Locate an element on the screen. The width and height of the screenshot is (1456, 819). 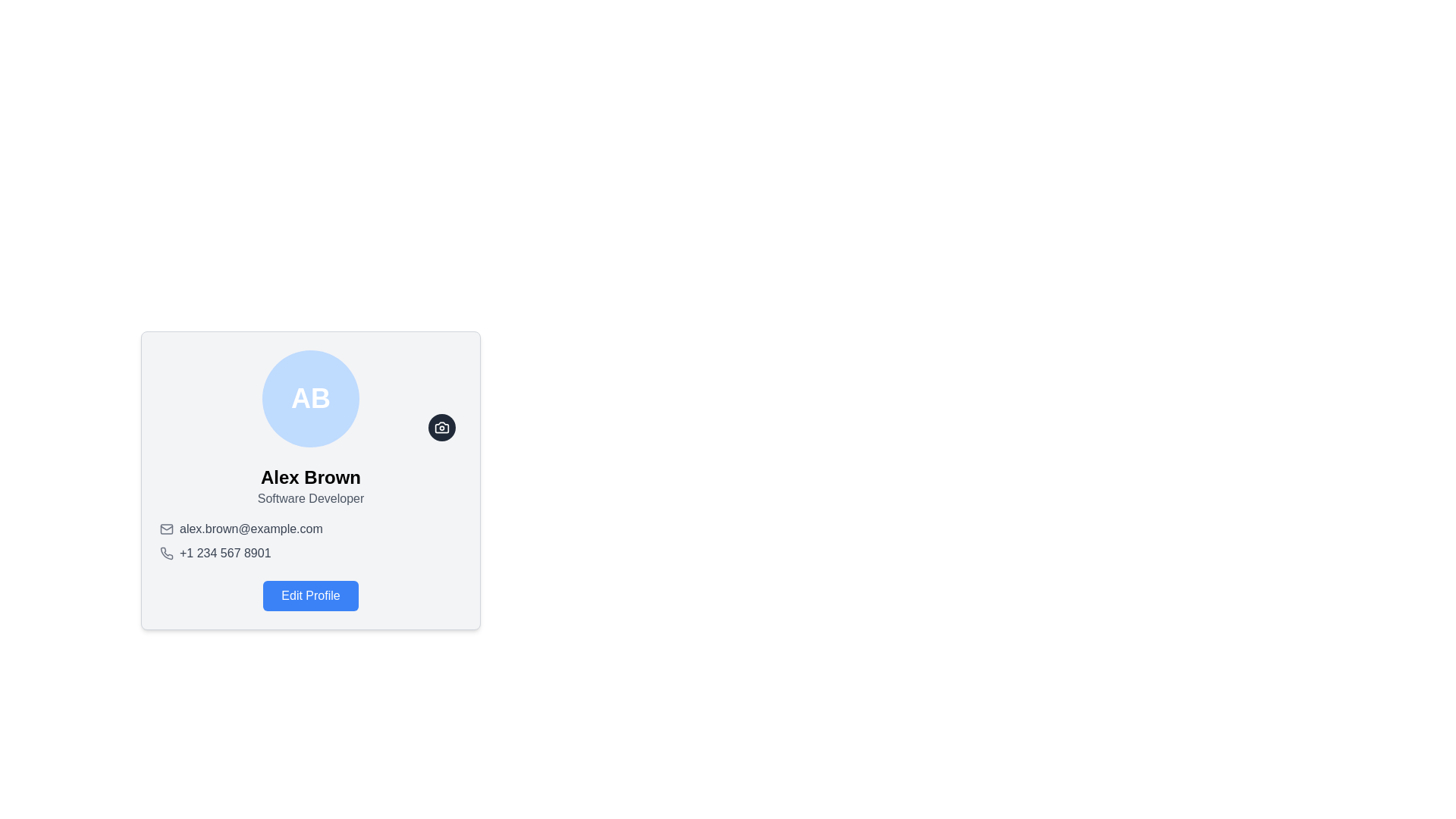
the phone number displayed in the format '+1 234 567 8901' located in the lower part of a card-like interface, below an email address and above the 'Edit Profile' button is located at coordinates (224, 553).